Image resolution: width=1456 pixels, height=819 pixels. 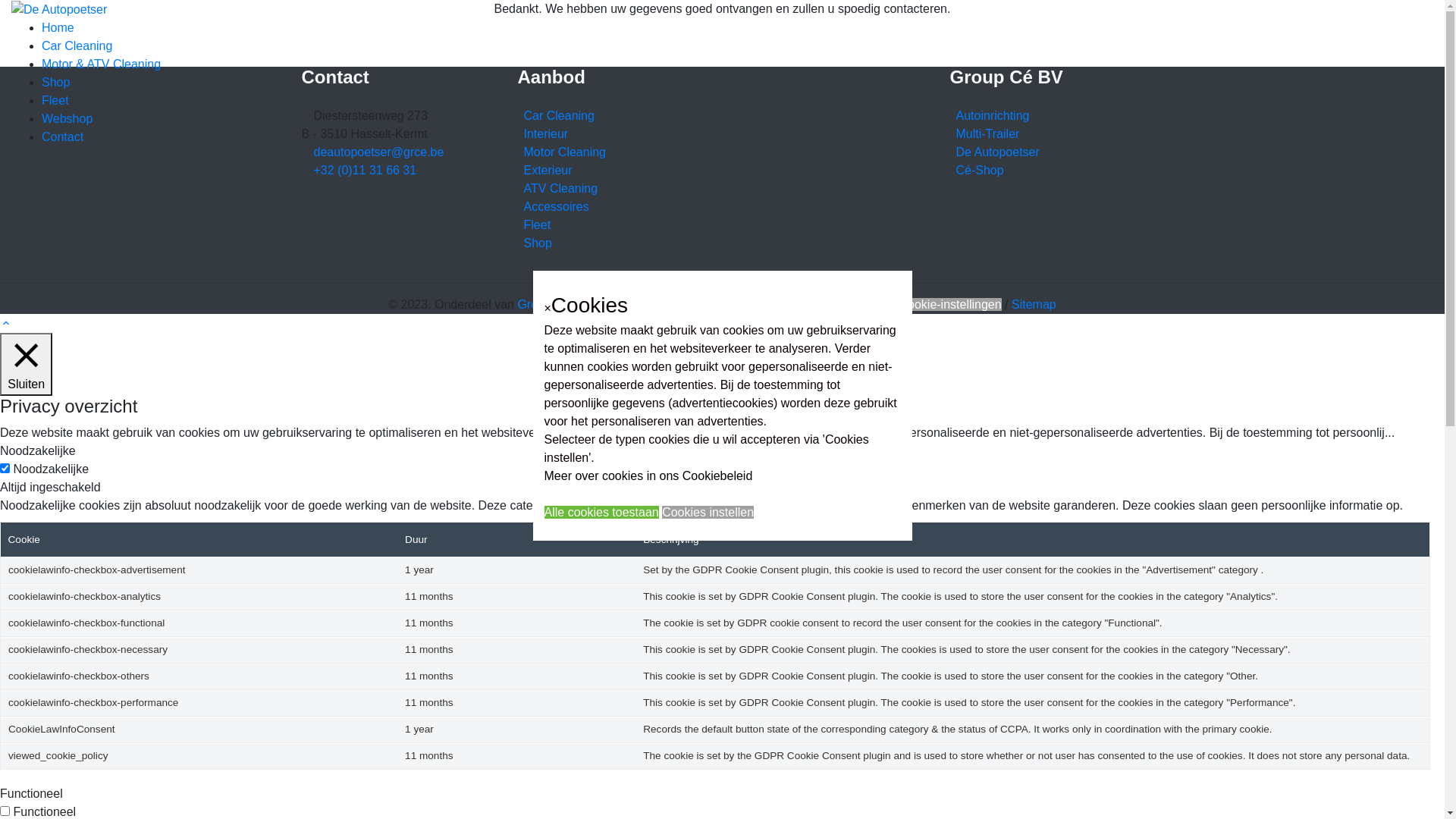 I want to click on 'Motor Cleaning', so click(x=560, y=152).